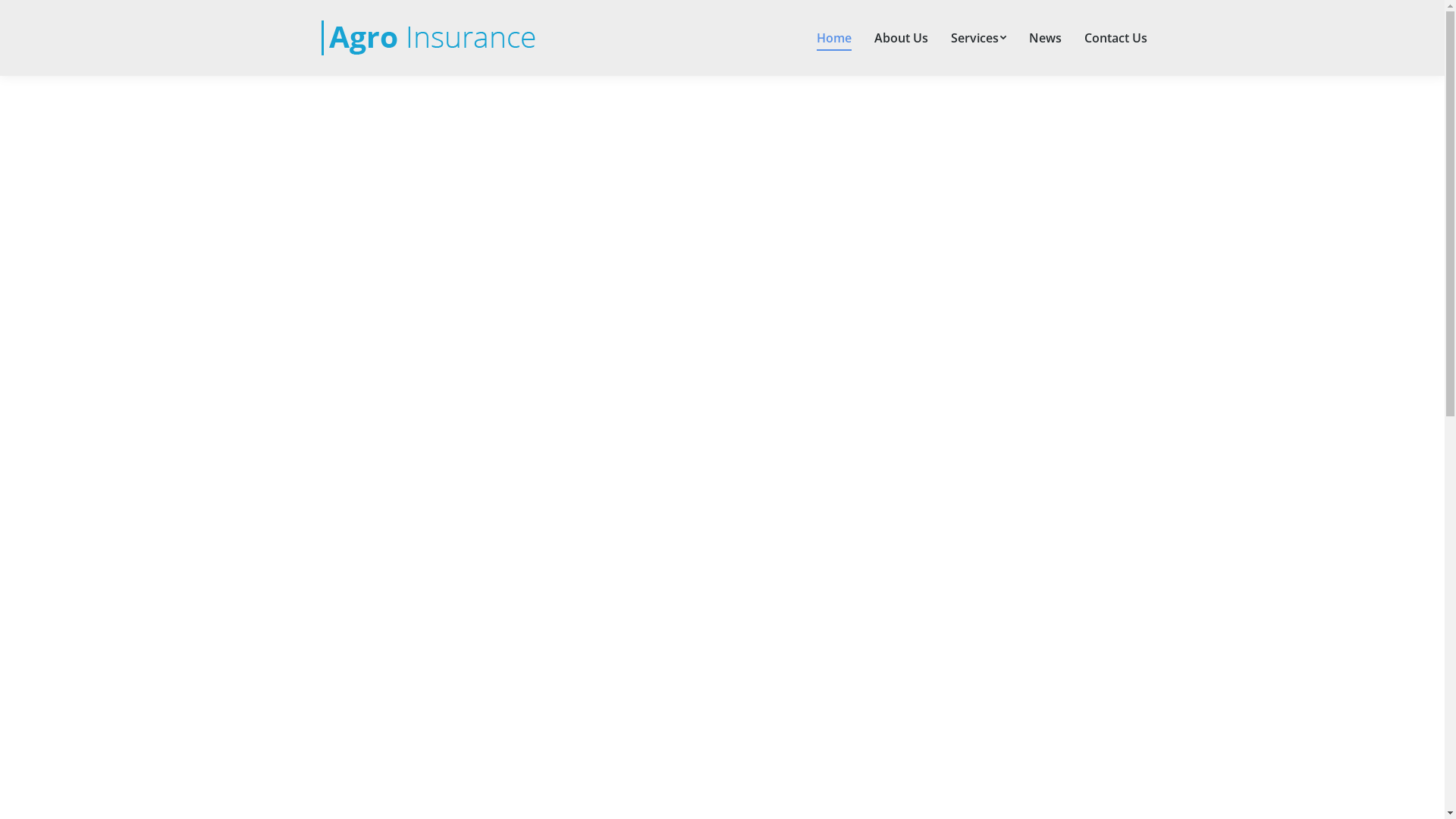  I want to click on 'Home', so click(833, 37).